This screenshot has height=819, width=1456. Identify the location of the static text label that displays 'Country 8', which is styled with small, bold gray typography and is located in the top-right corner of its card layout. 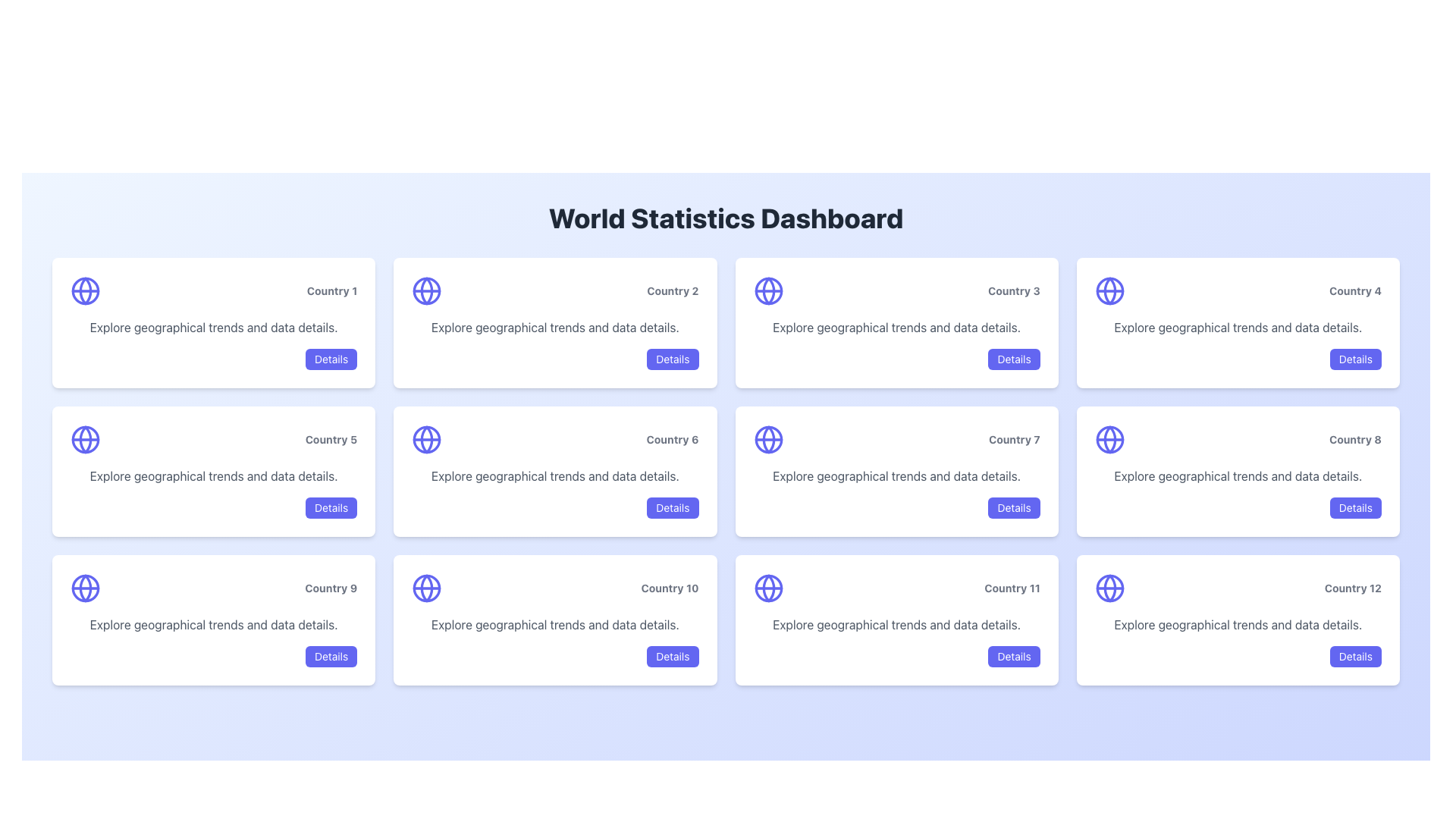
(1355, 439).